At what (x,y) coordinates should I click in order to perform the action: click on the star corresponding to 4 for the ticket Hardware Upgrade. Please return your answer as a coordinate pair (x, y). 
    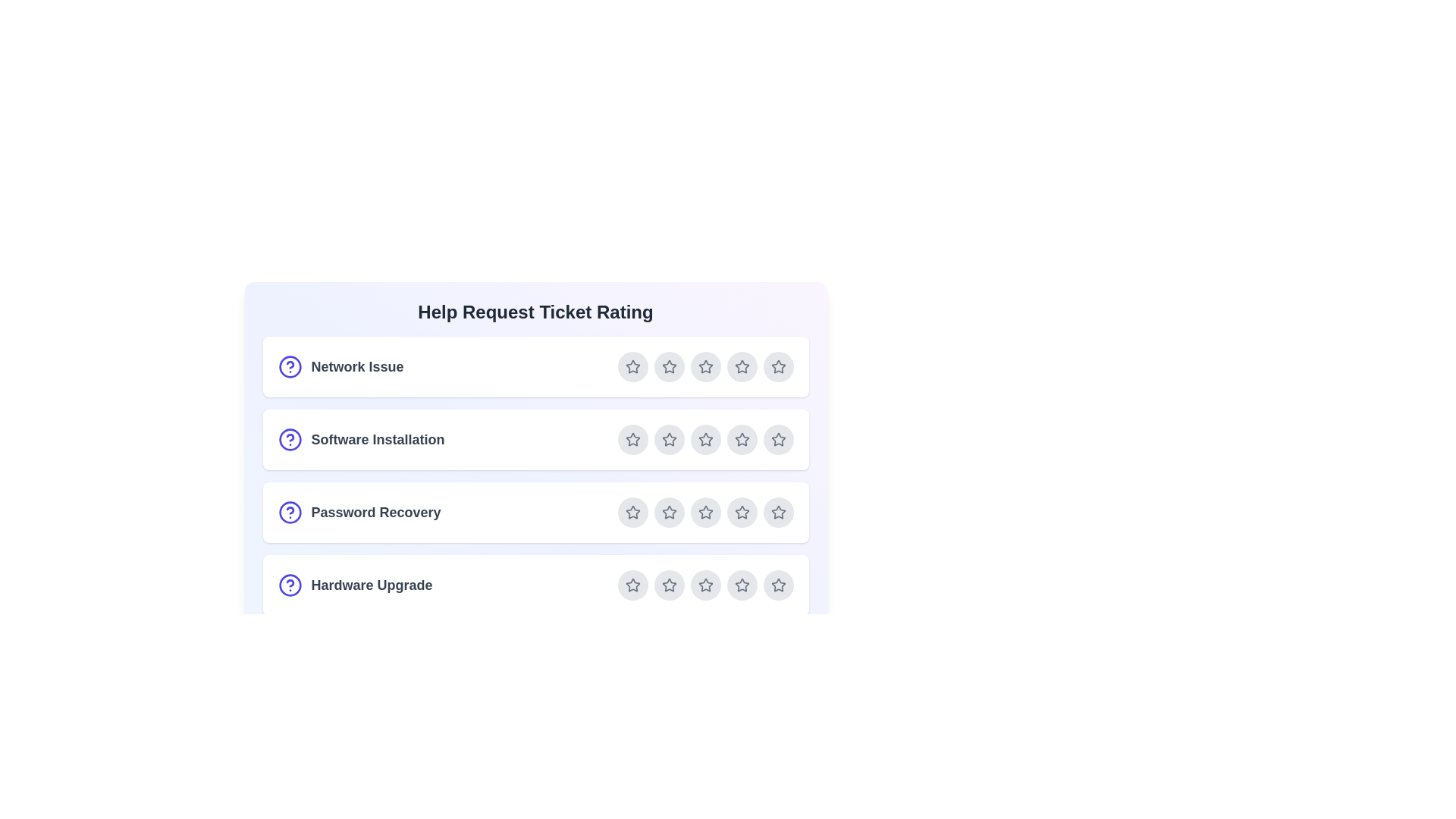
    Looking at the image, I should click on (742, 584).